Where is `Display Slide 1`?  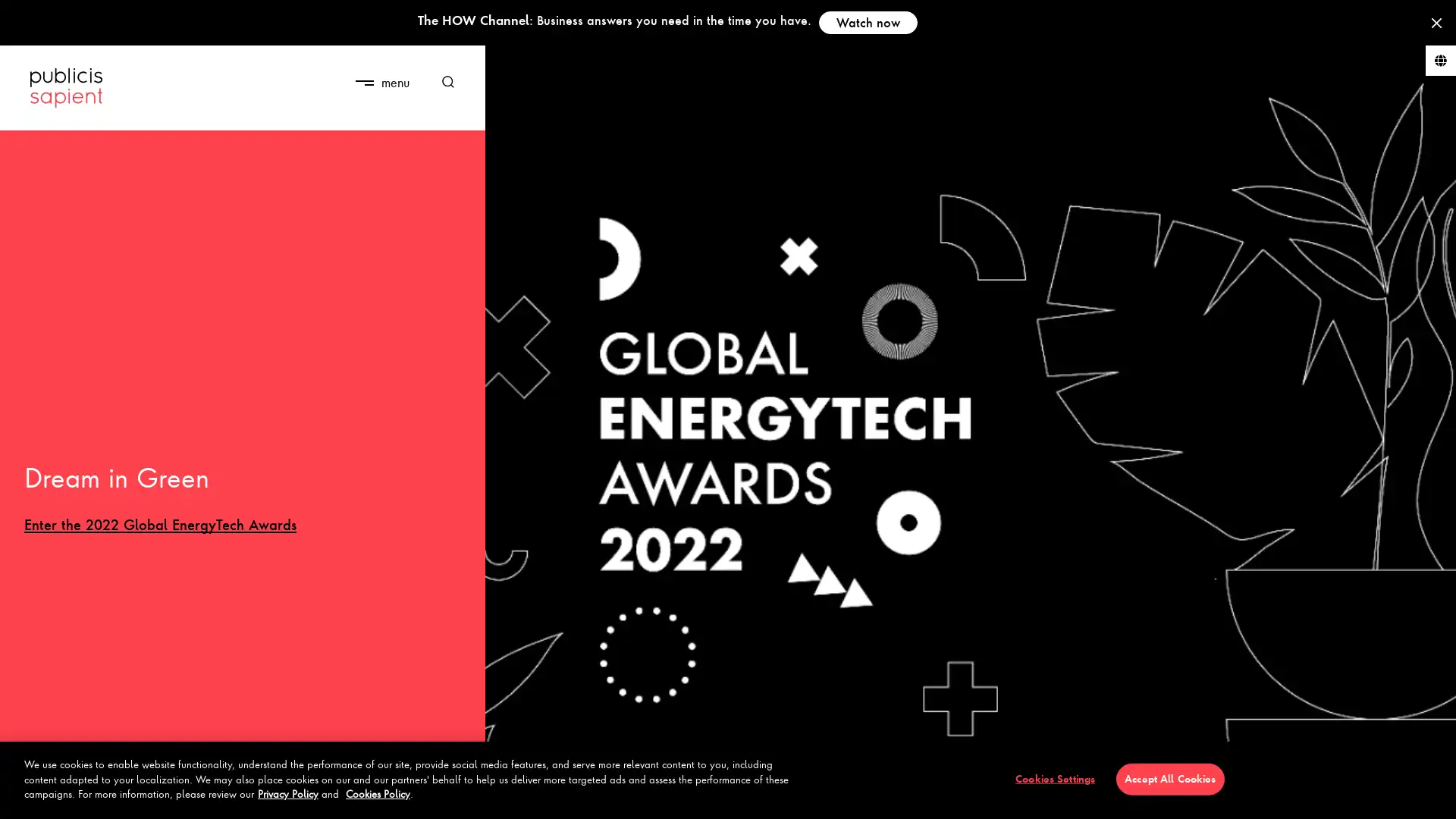 Display Slide 1 is located at coordinates (50, 798).